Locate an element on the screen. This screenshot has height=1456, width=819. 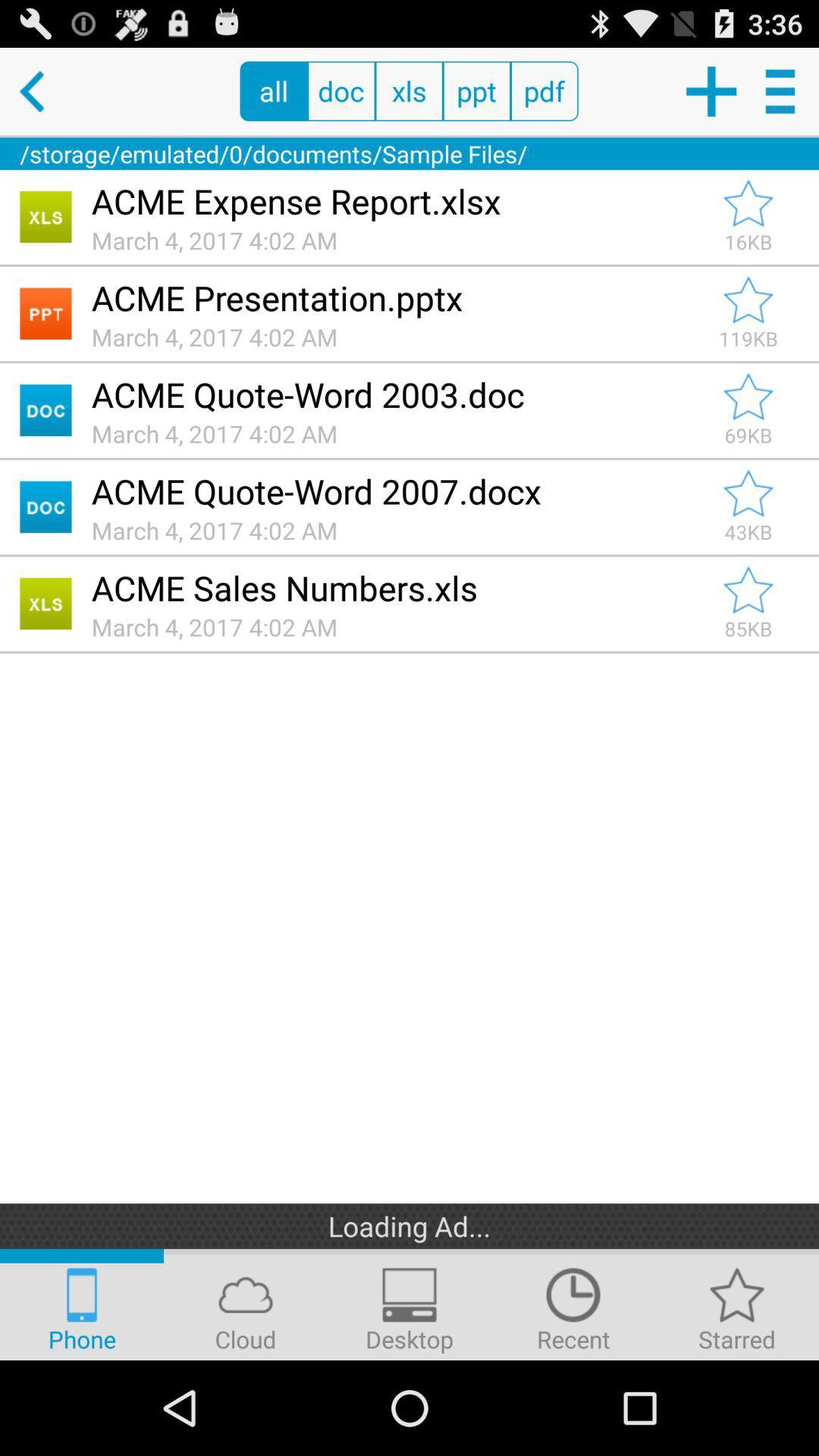
the item next to the doc radio button is located at coordinates (274, 90).